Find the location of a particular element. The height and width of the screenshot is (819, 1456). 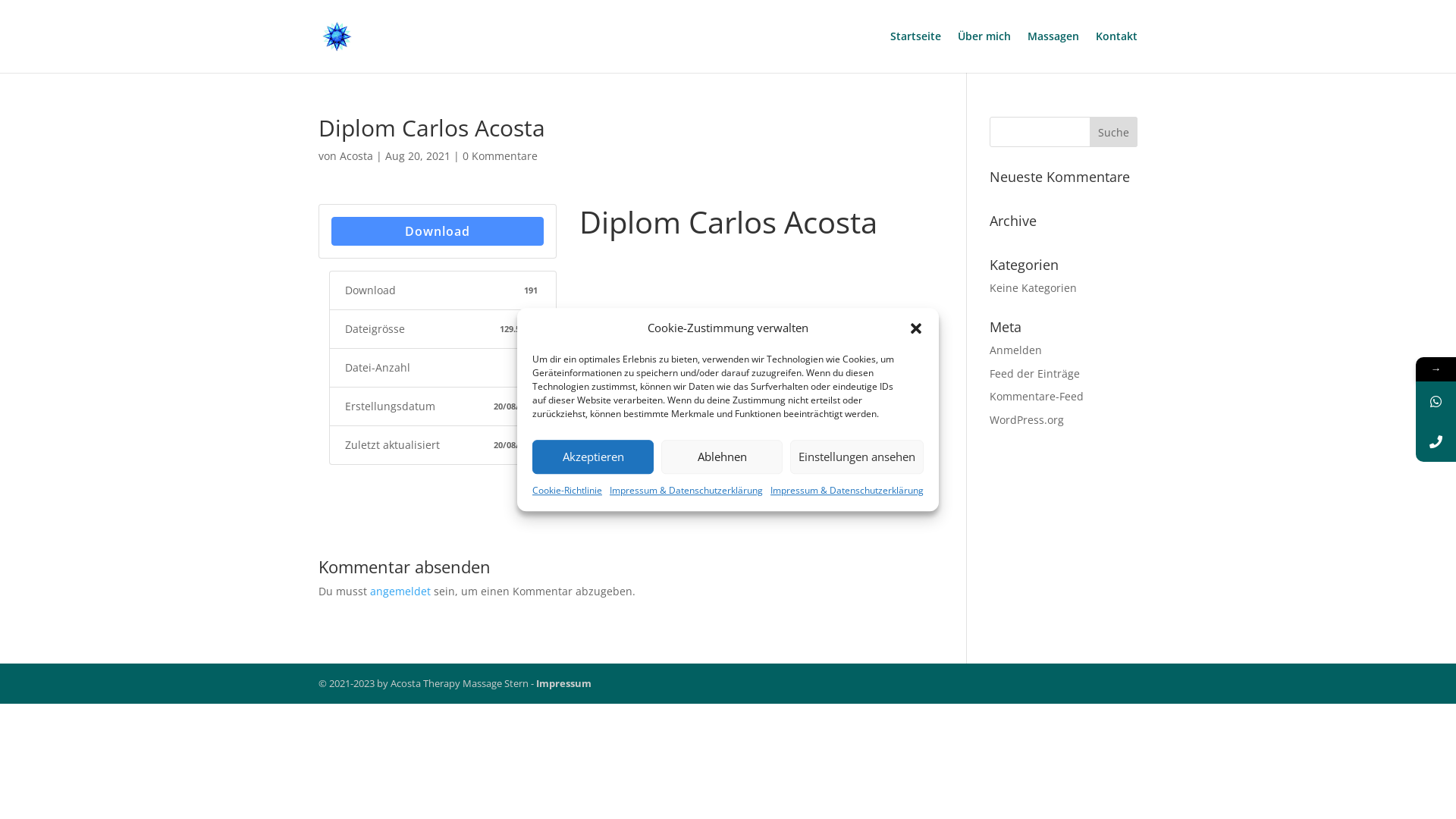

'Akzeptieren' is located at coordinates (592, 456).